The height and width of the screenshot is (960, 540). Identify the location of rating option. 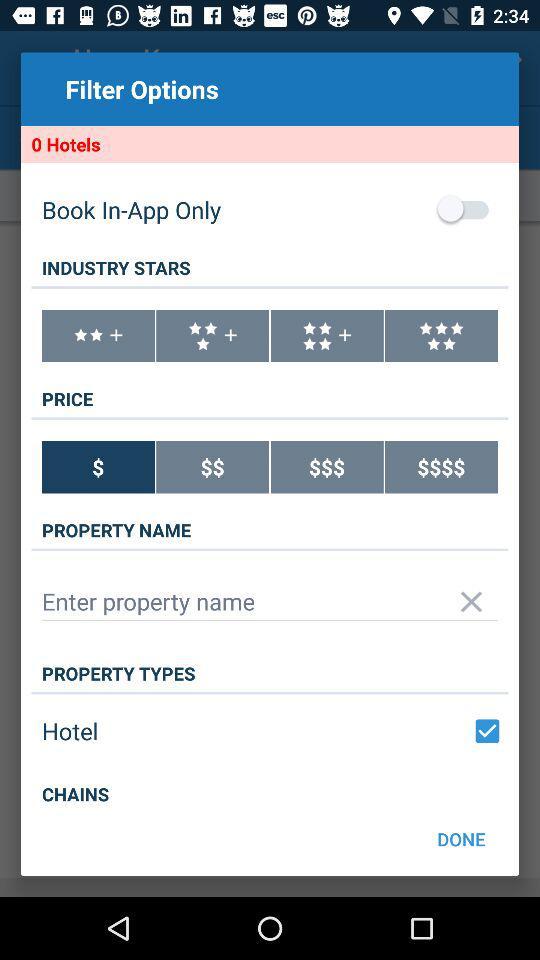
(97, 336).